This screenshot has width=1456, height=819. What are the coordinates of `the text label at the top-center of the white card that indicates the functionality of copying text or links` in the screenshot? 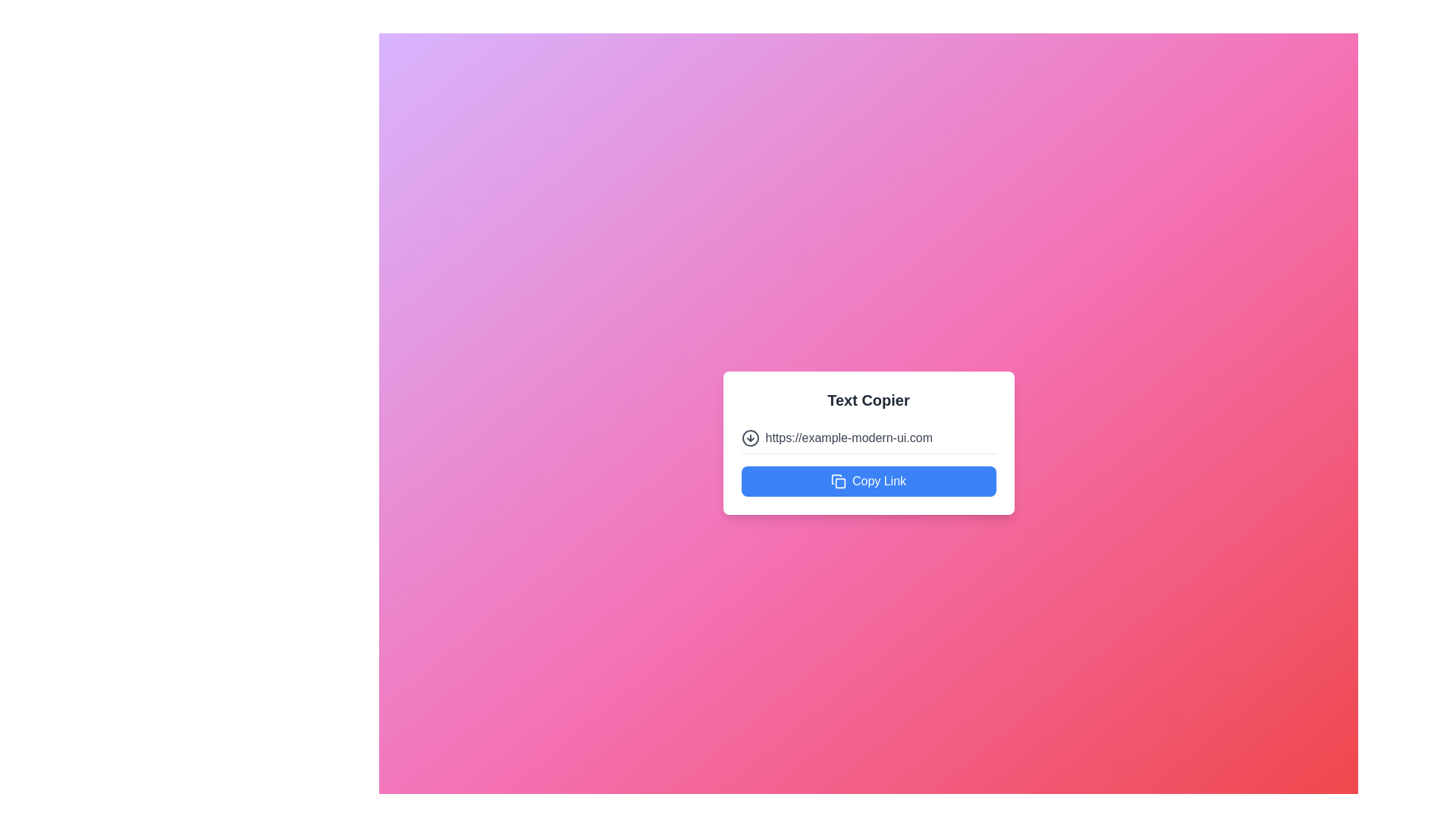 It's located at (868, 399).